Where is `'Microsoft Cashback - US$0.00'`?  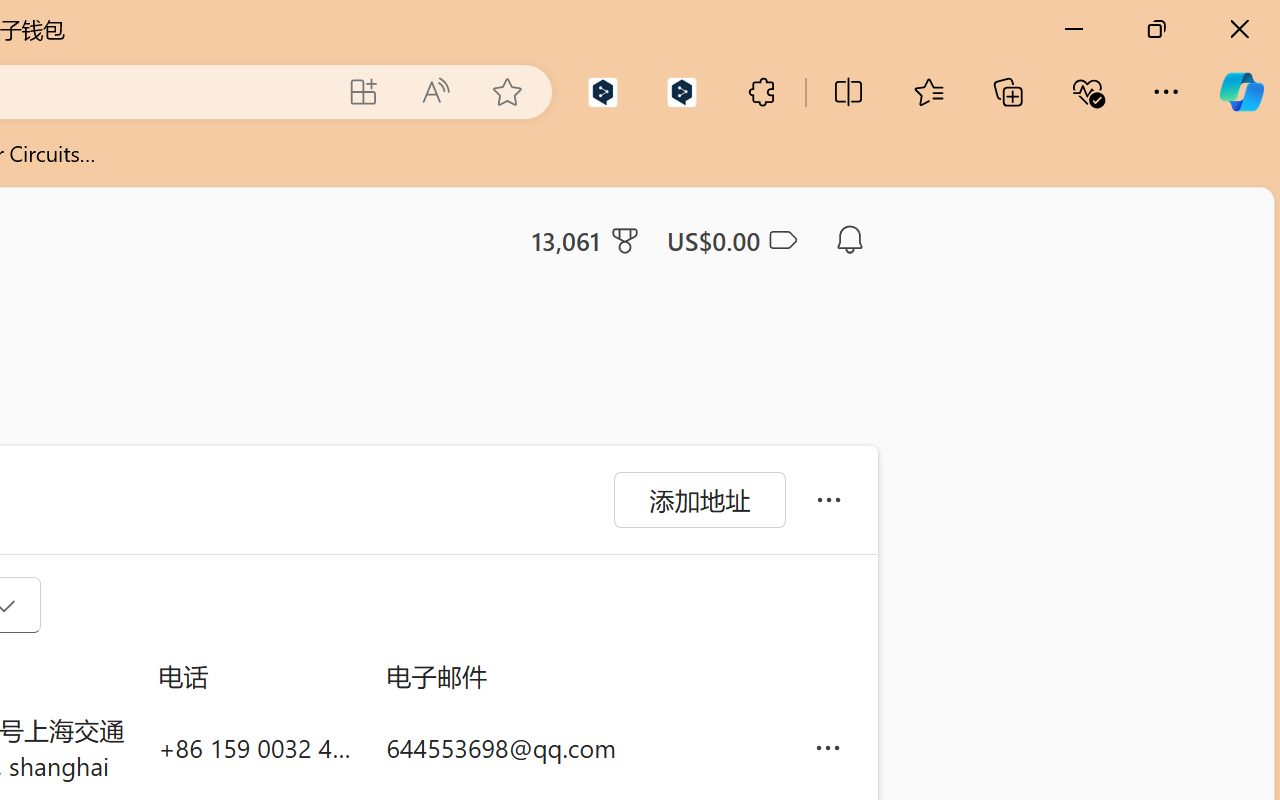
'Microsoft Cashback - US$0.00' is located at coordinates (730, 239).